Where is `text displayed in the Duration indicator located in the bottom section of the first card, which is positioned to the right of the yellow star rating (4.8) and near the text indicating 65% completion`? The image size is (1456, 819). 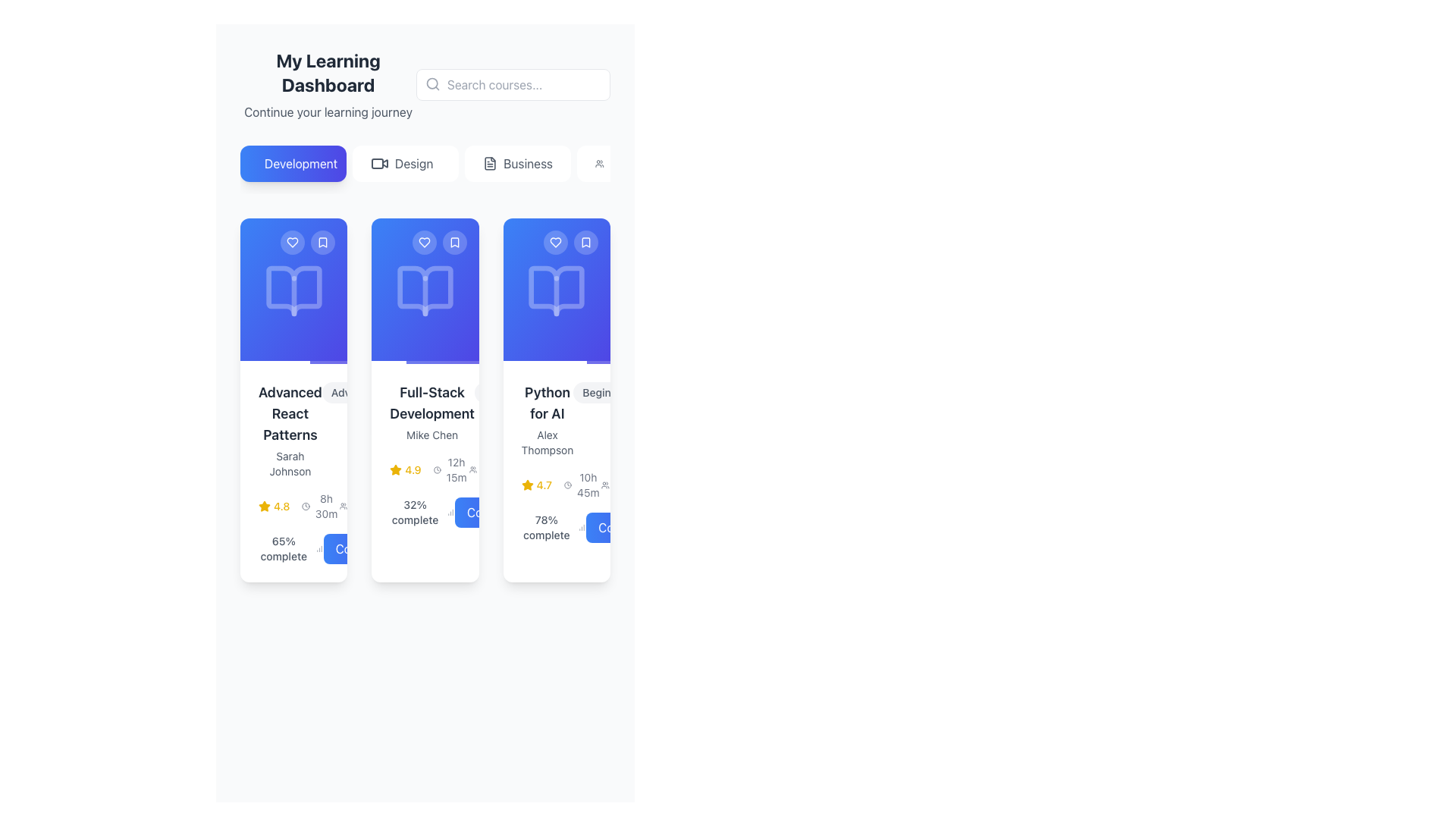
text displayed in the Duration indicator located in the bottom section of the first card, which is positioned to the right of the yellow star rating (4.8) and near the text indicating 65% completion is located at coordinates (320, 506).